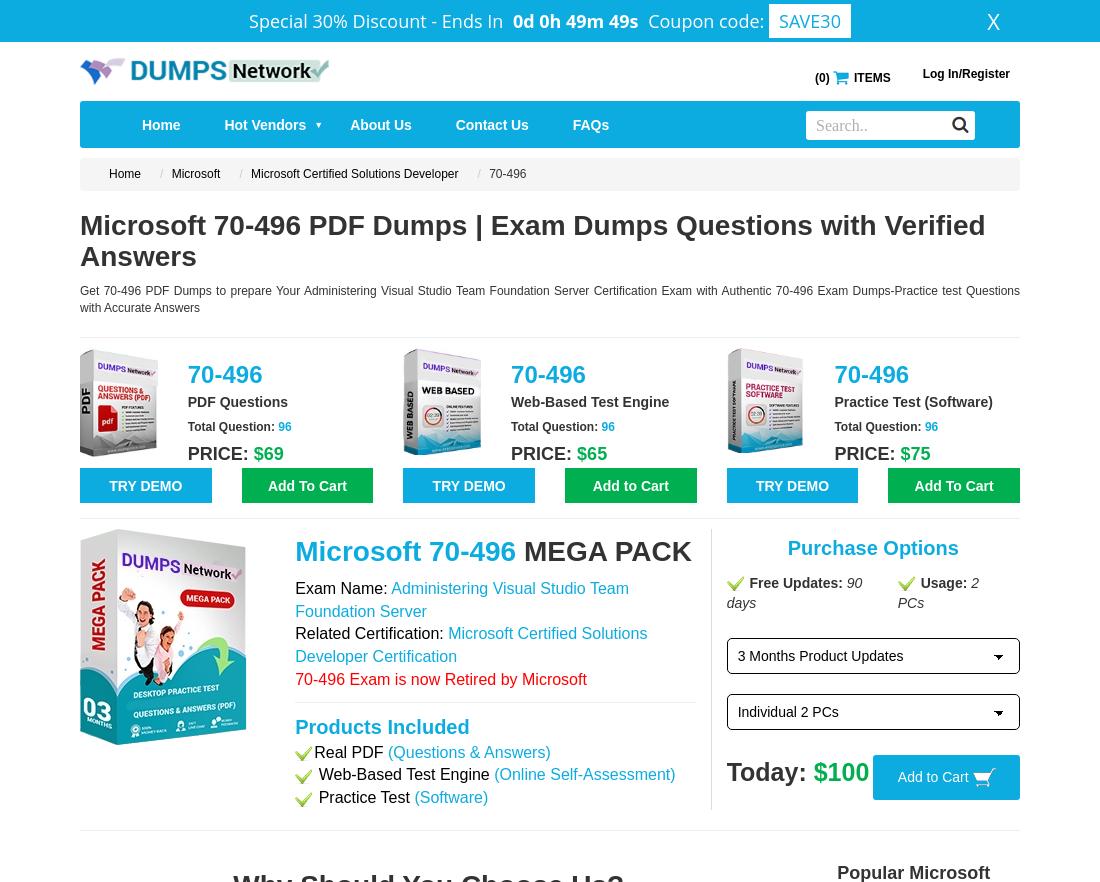 This screenshot has height=882, width=1100. Describe the element at coordinates (821, 77) in the screenshot. I see `'0'` at that location.